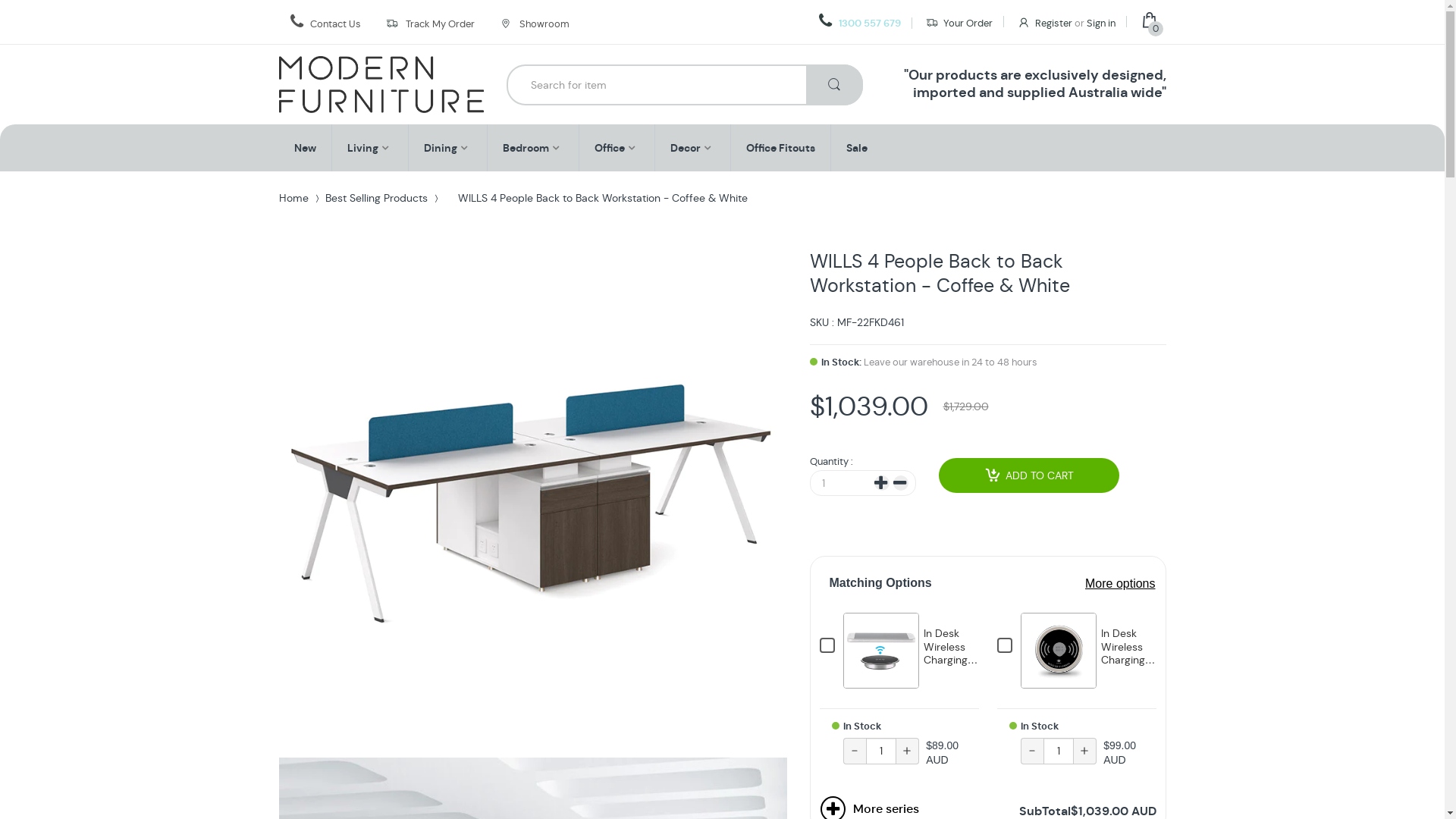 The height and width of the screenshot is (819, 1456). What do you see at coordinates (375, 197) in the screenshot?
I see `'Best Selling Products'` at bounding box center [375, 197].